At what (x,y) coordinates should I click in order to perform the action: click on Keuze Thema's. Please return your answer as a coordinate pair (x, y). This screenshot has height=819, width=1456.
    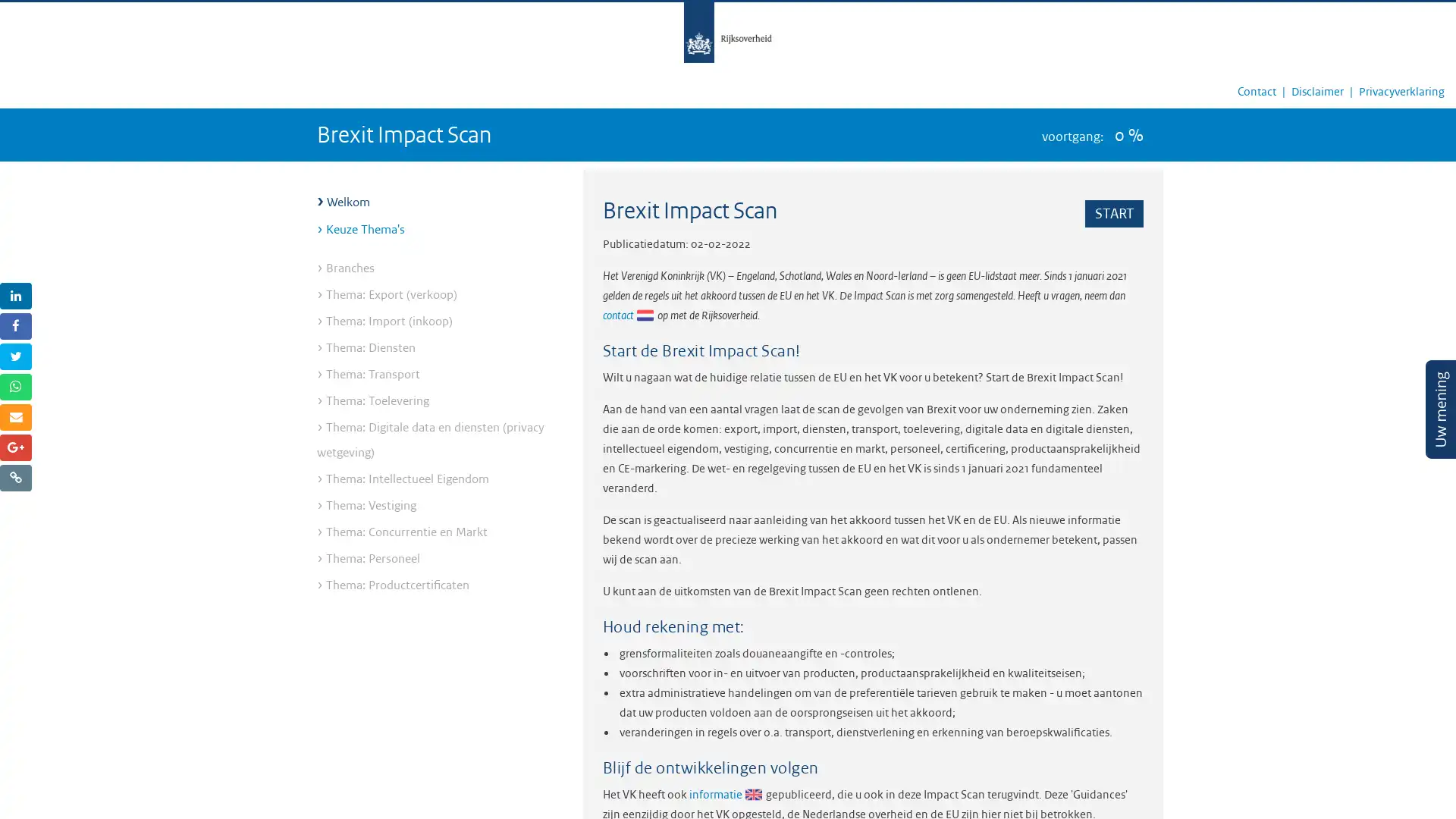
    Looking at the image, I should click on (436, 229).